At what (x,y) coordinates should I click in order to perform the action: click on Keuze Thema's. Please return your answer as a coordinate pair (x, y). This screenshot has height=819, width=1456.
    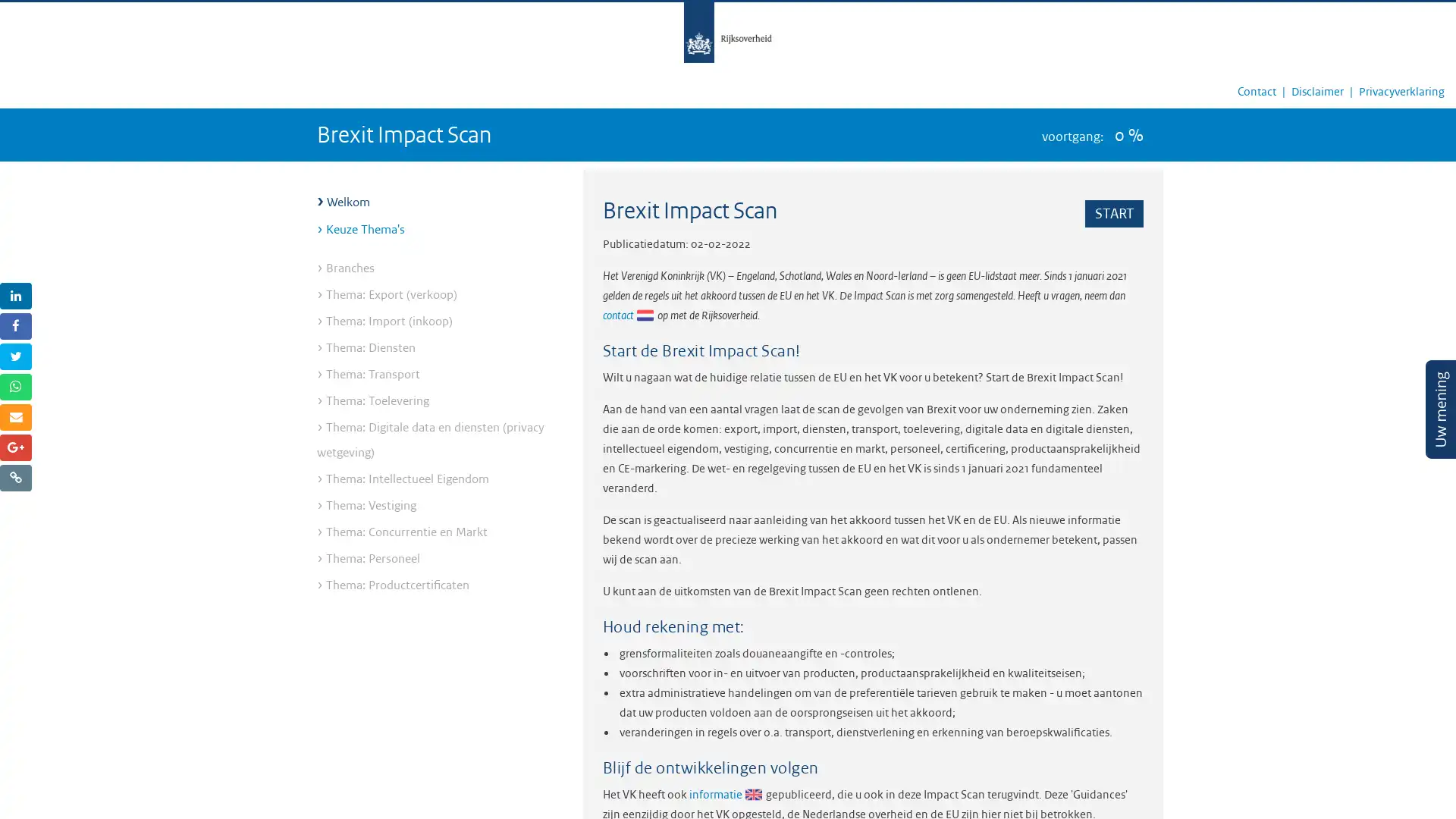
    Looking at the image, I should click on (436, 229).